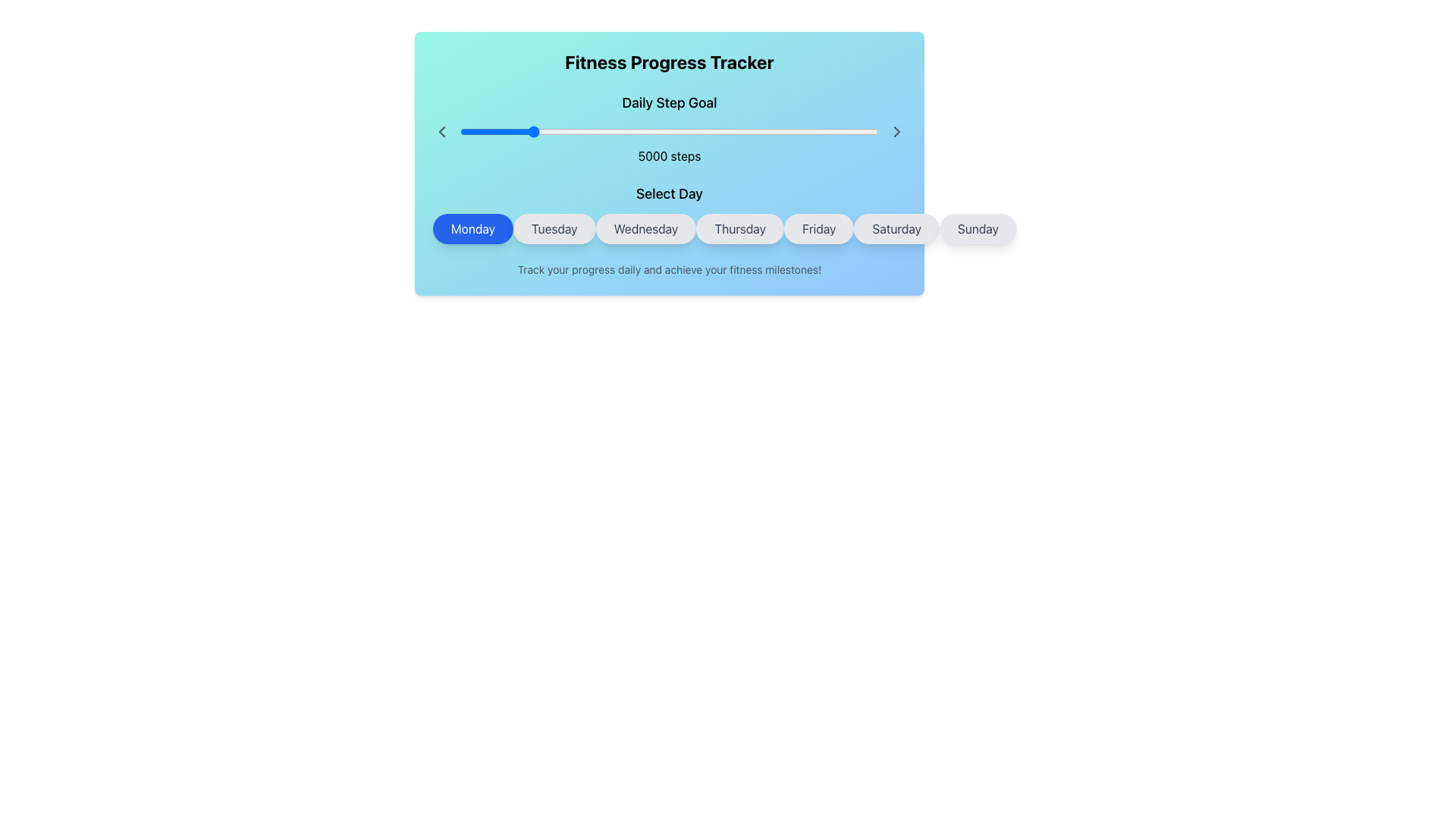 This screenshot has width=1456, height=819. Describe the element at coordinates (773, 130) in the screenshot. I see `the step goal` at that location.